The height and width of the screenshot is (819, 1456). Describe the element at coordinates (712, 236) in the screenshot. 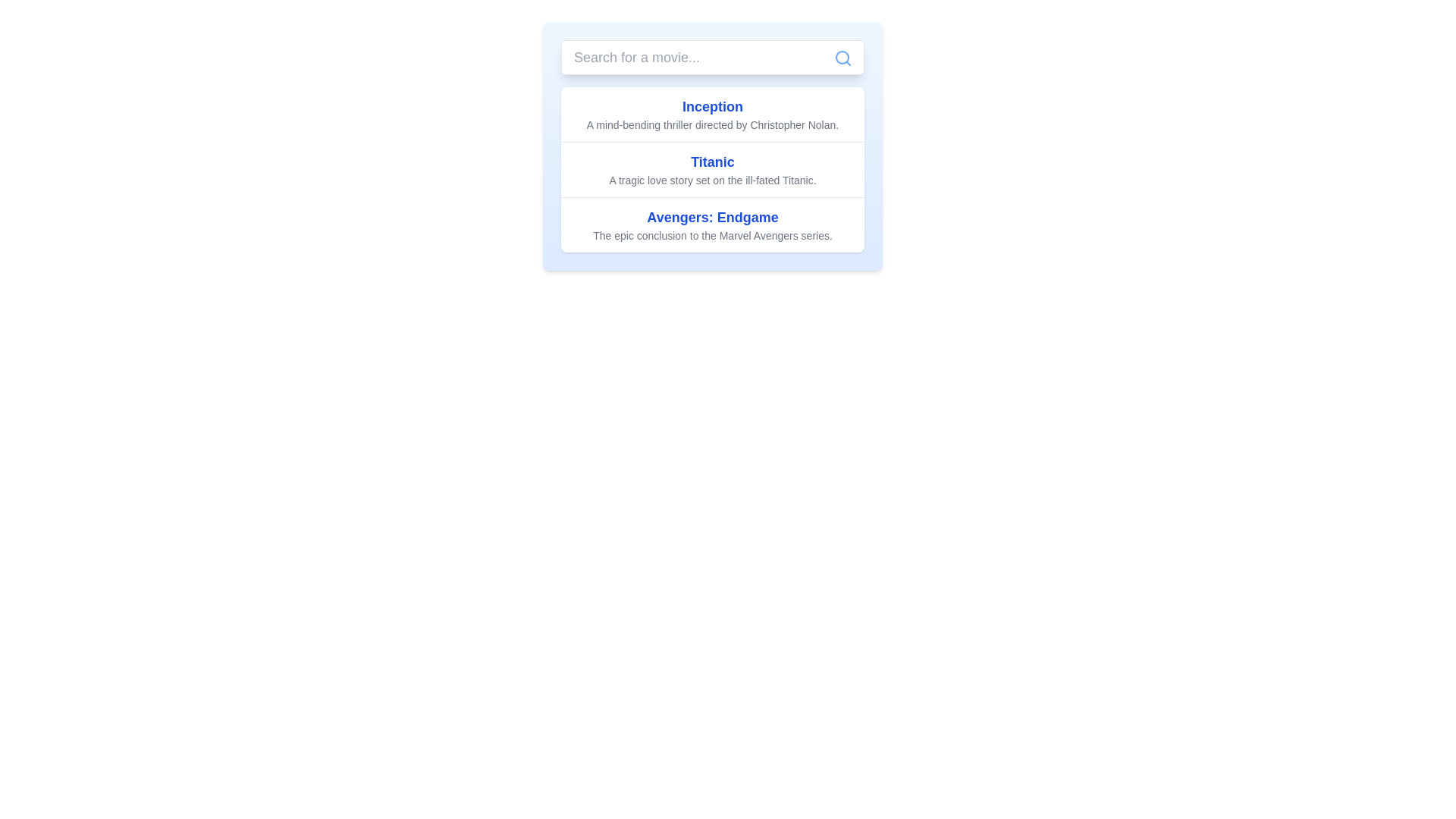

I see `the Text Label that provides a description for the item 'Avengers: Endgame', which is positioned below the title text in the list item structure` at that location.